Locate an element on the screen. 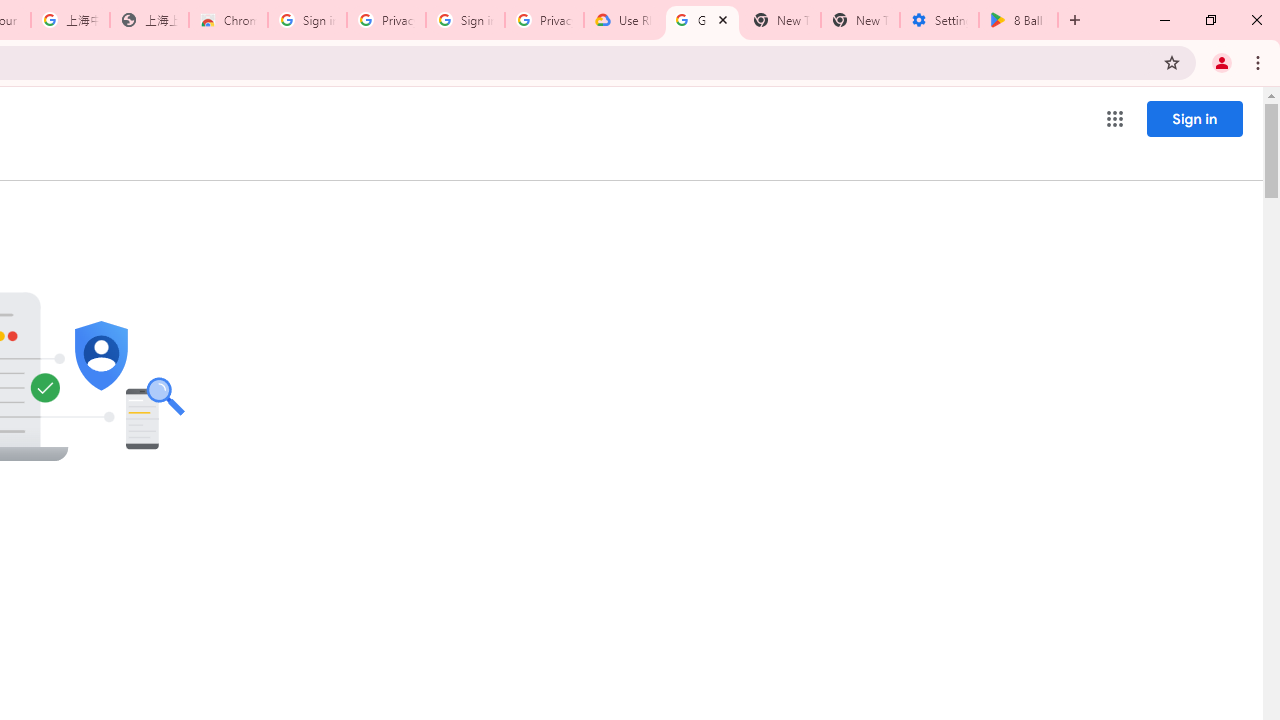  '8 Ball Pool - Apps on Google Play' is located at coordinates (1018, 20).